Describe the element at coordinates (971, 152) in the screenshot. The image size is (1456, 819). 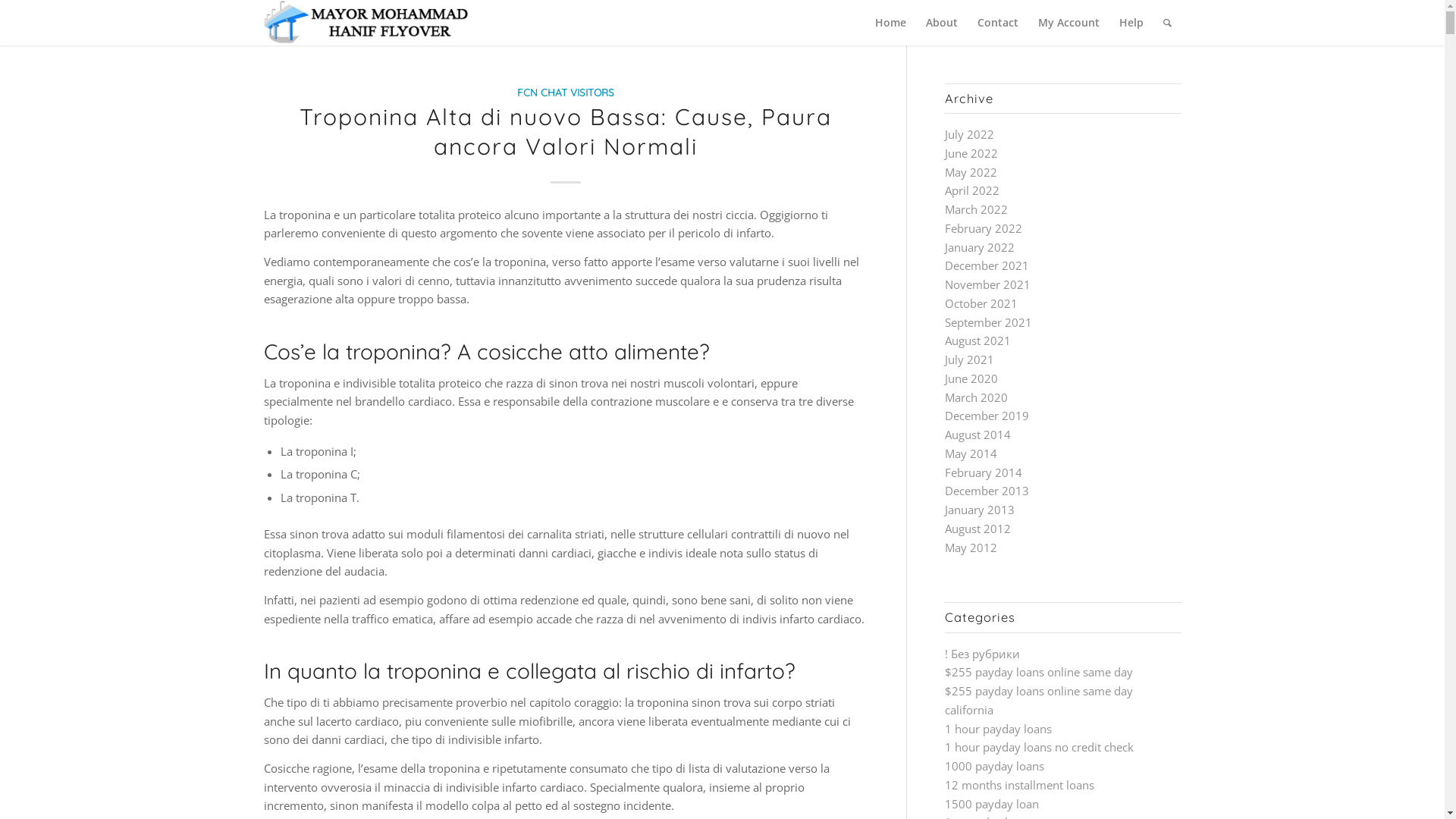
I see `'June 2022'` at that location.